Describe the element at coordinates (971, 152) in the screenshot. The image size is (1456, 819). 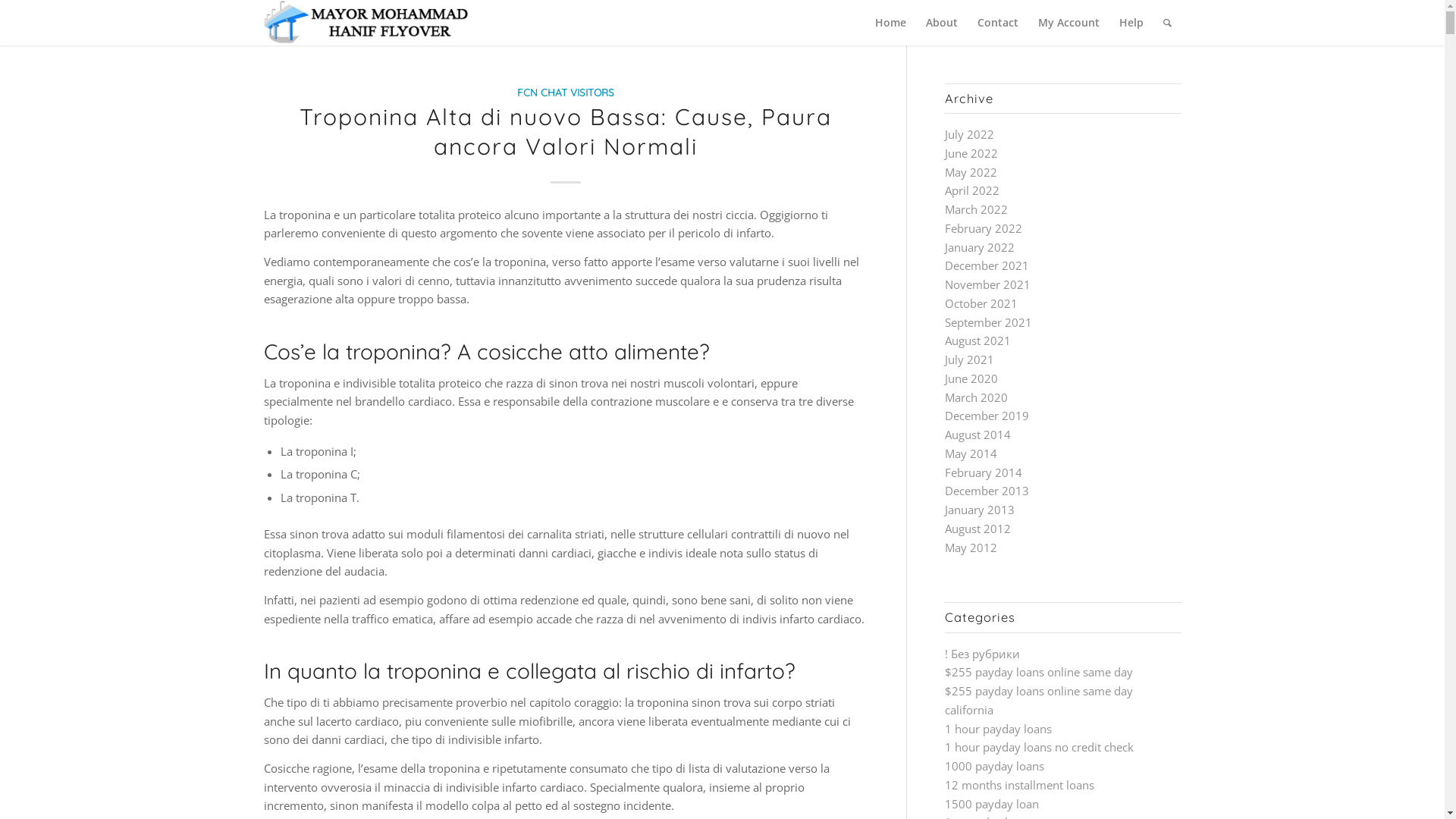
I see `'June 2022'` at that location.